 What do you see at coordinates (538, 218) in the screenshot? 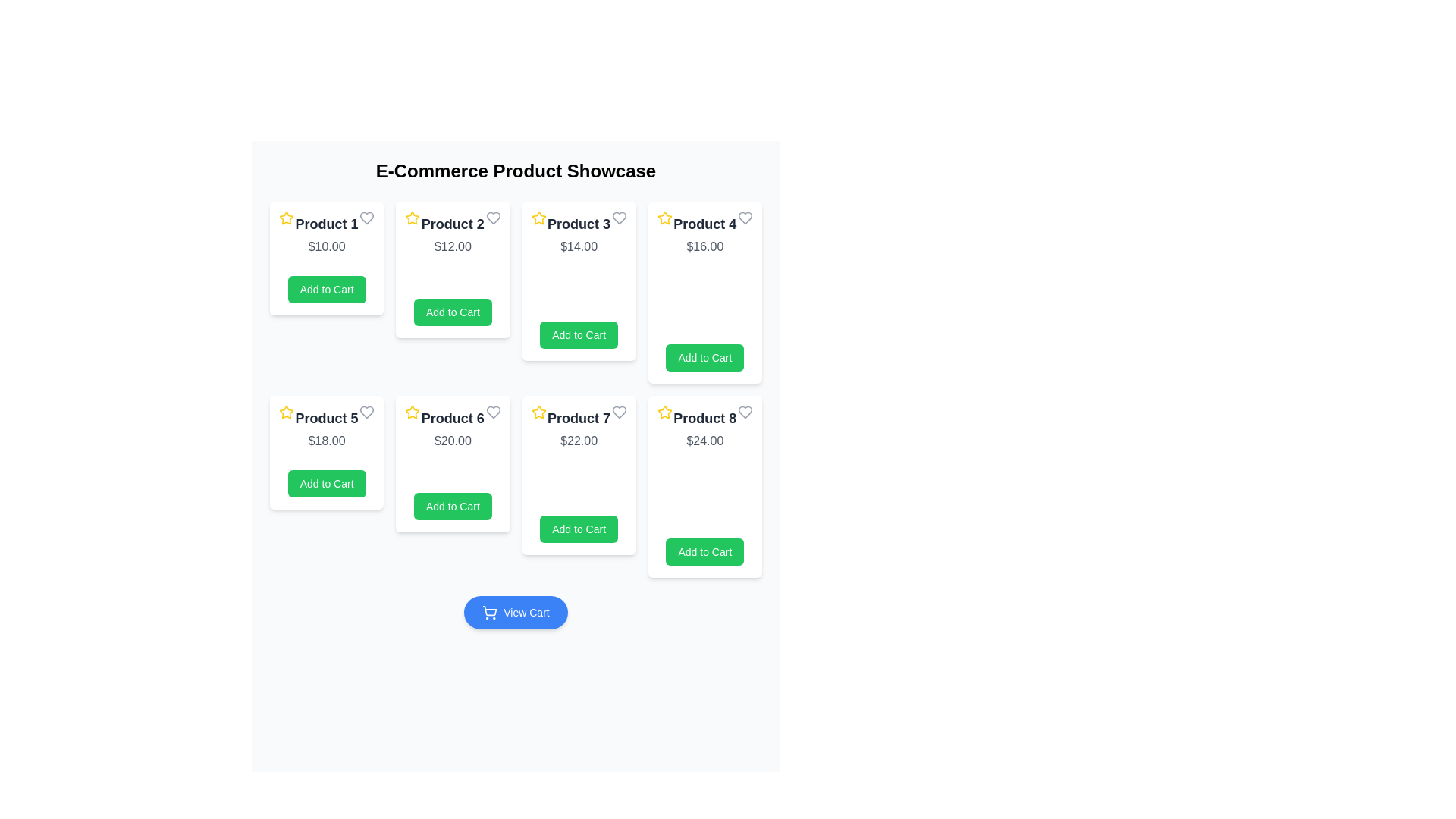
I see `the star-shaped icon outlined in yellow located at the top-left corner of the 'Product 3' card, adjacent to the product title` at bounding box center [538, 218].